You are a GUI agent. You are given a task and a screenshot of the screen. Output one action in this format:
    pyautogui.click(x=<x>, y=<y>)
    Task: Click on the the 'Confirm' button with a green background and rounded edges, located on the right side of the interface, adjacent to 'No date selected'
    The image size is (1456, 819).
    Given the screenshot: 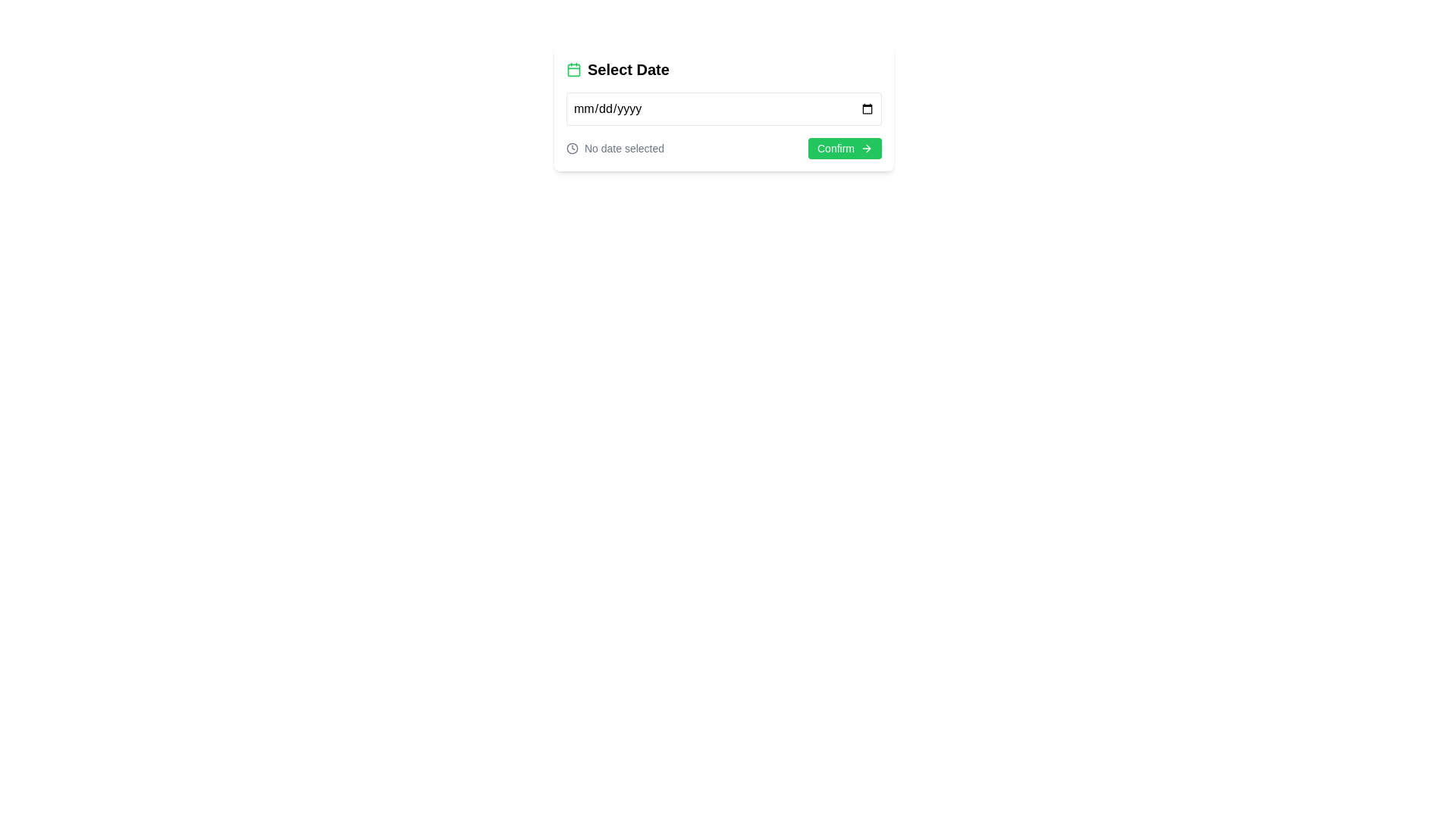 What is the action you would take?
    pyautogui.click(x=844, y=149)
    